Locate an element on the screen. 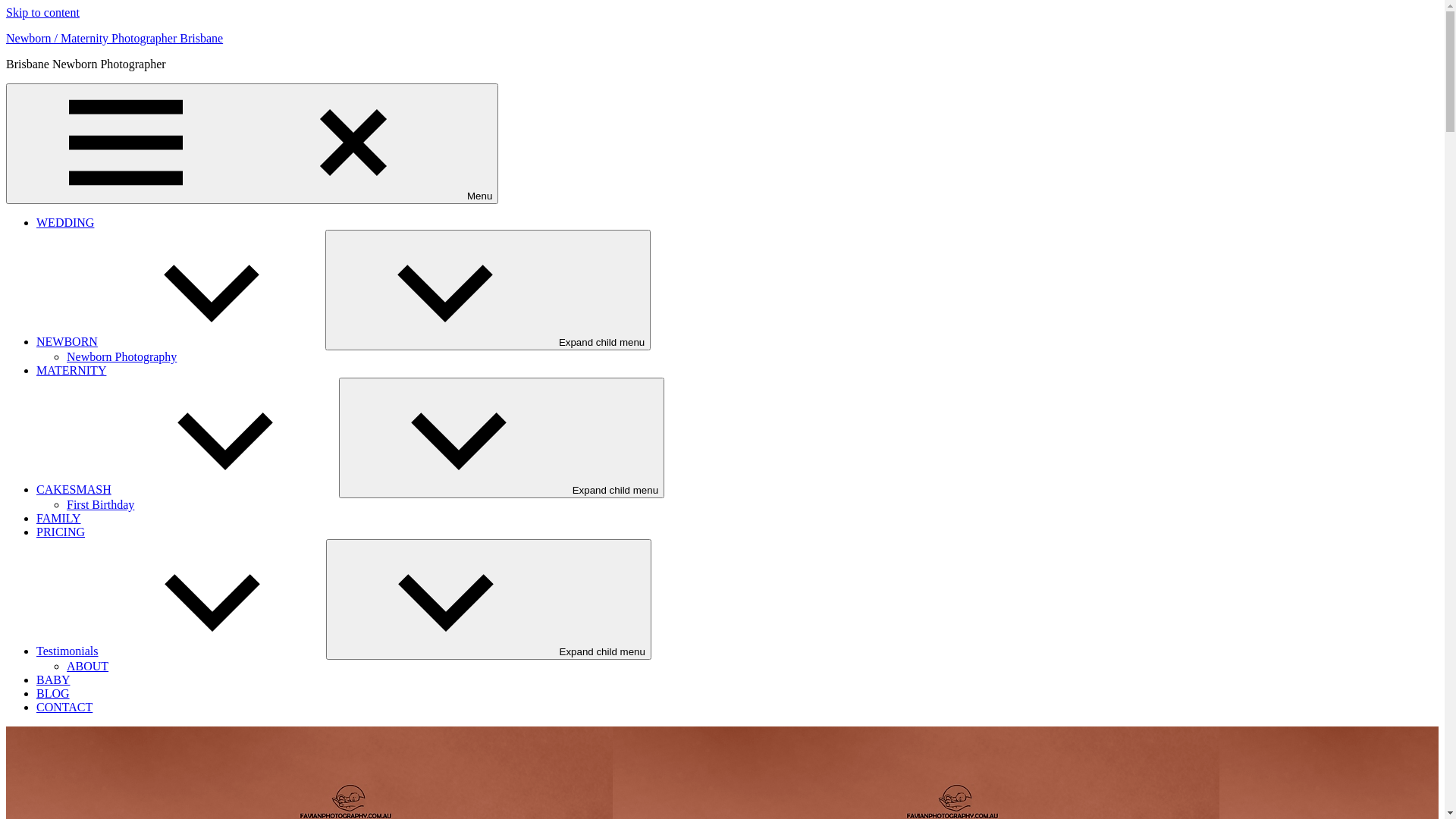 The image size is (1456, 819). 'Menu' is located at coordinates (252, 143).